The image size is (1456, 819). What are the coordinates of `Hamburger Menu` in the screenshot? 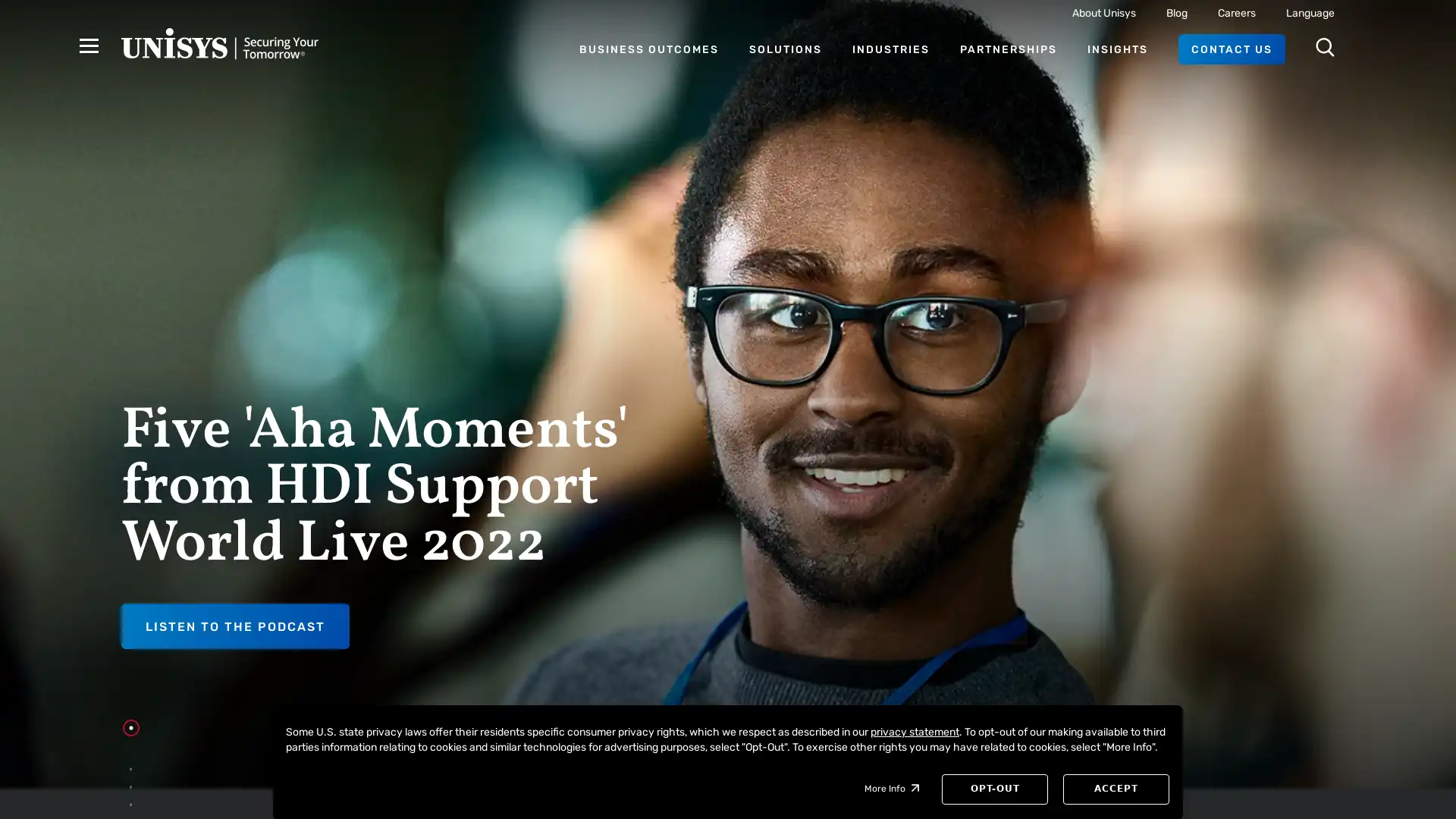 It's located at (88, 44).